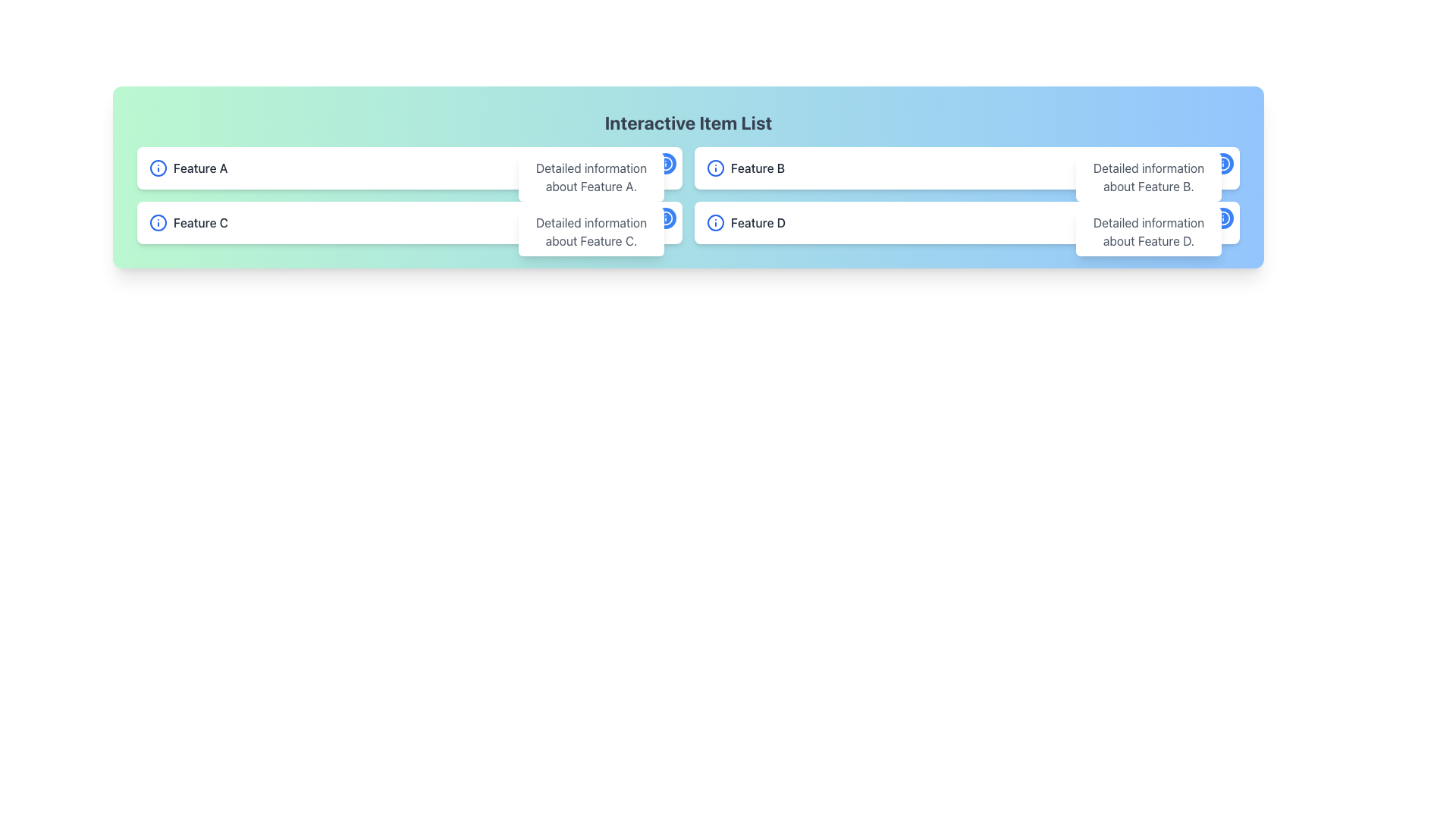 The image size is (1456, 819). I want to click on the informational icon for 'Feature B', so click(715, 168).